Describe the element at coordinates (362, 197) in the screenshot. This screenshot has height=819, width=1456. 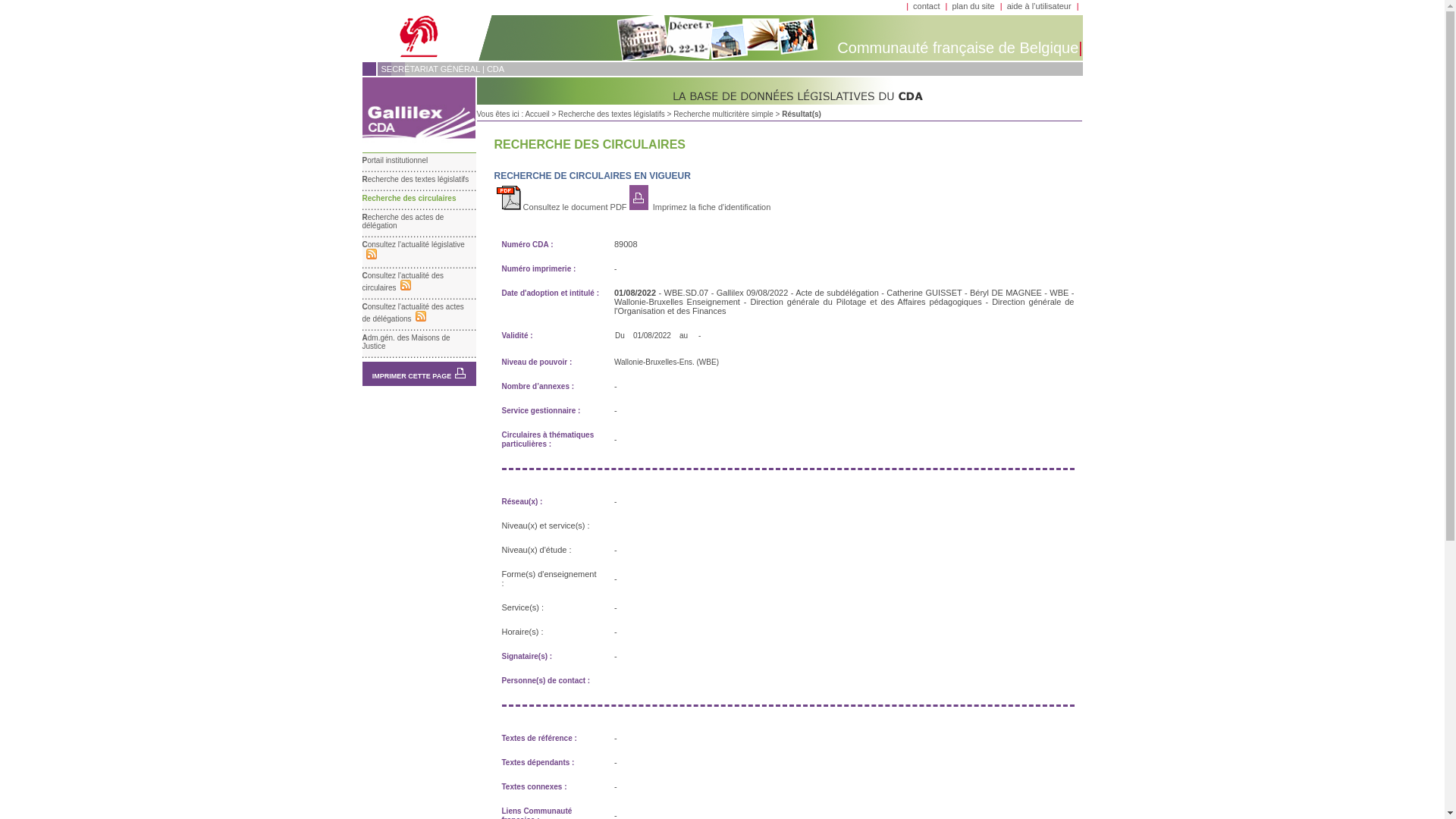
I see `'Recherche des circulaires'` at that location.